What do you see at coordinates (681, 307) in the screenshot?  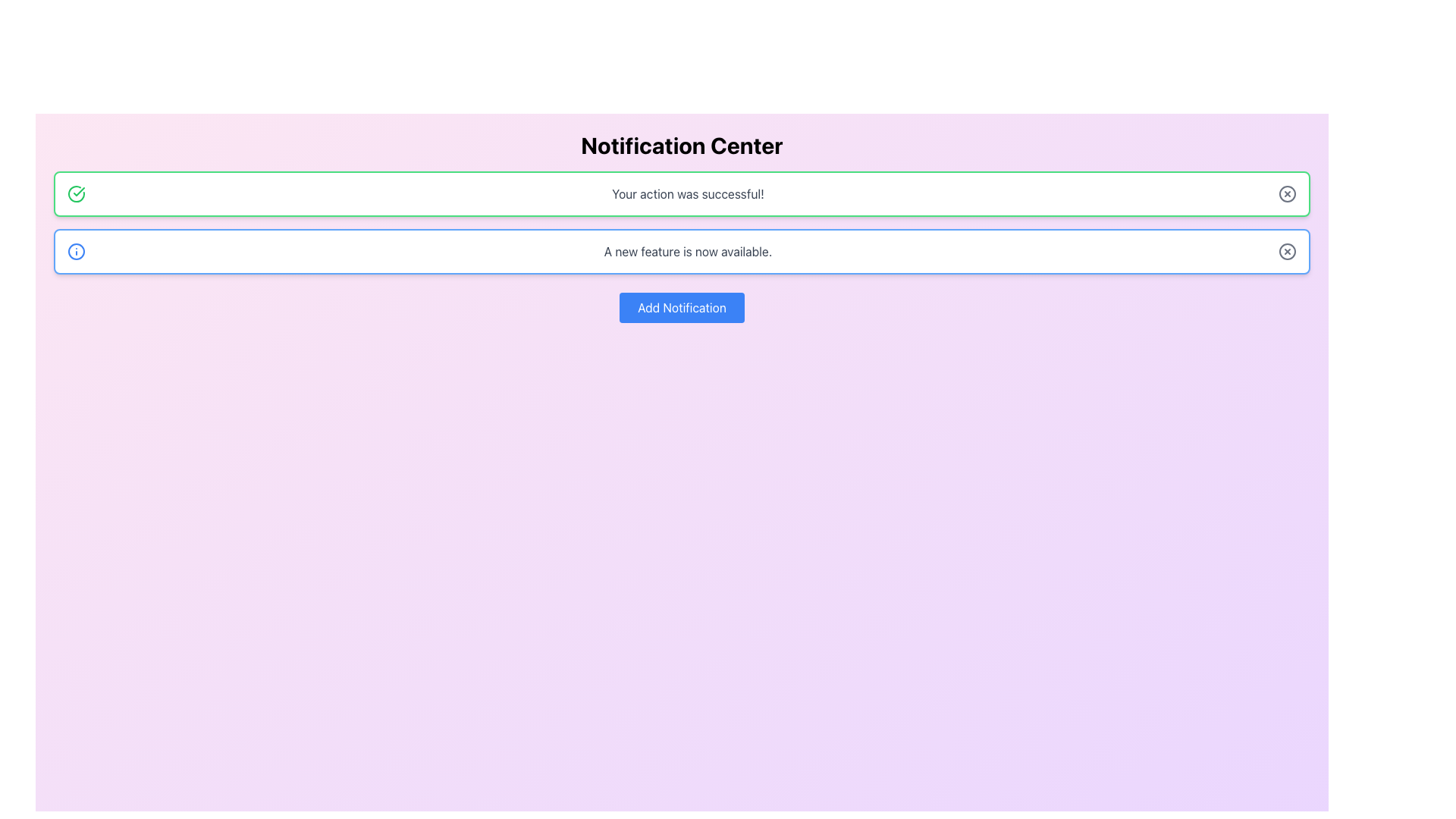 I see `the 'Add Notification' button` at bounding box center [681, 307].